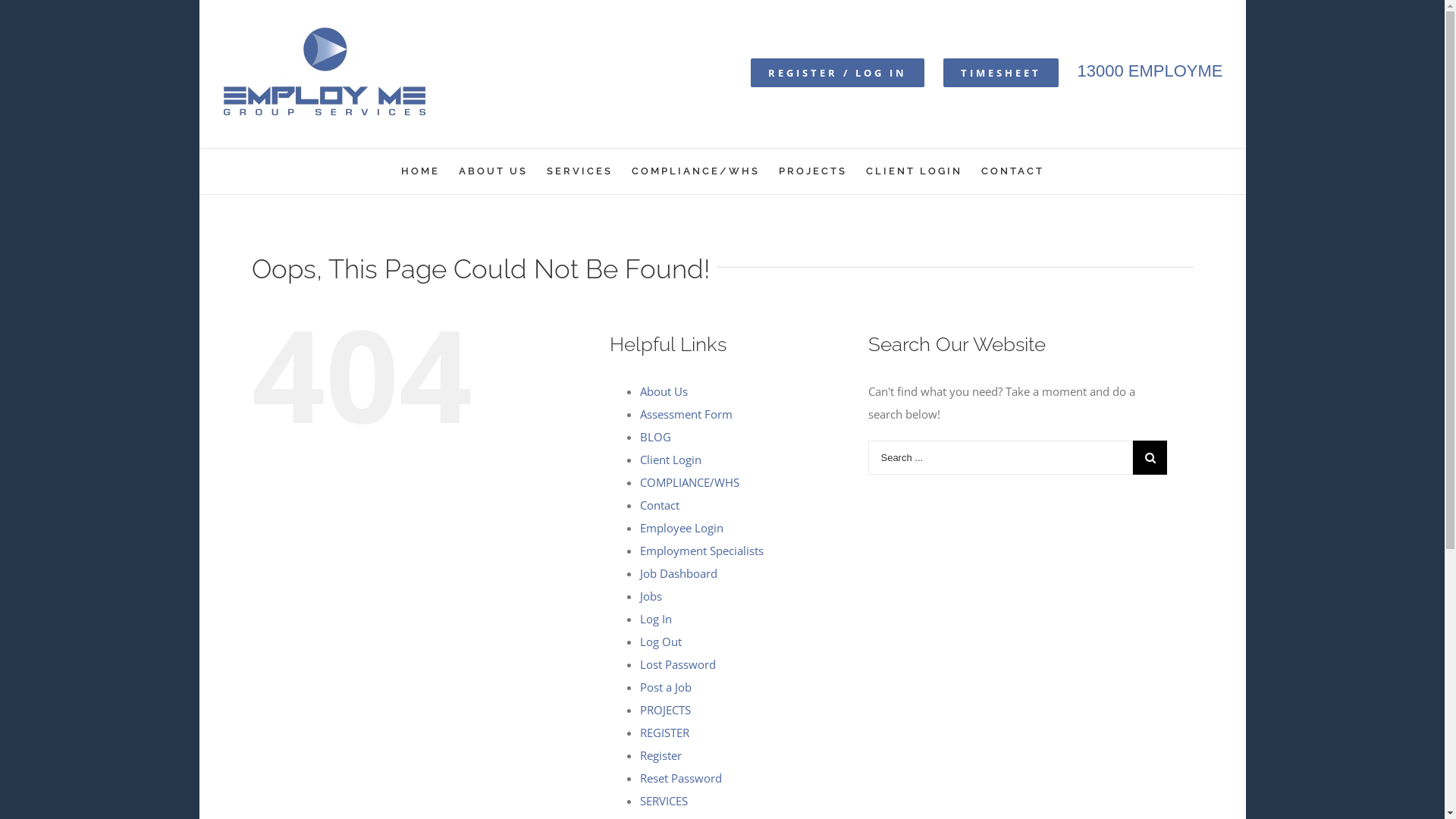 Image resolution: width=1456 pixels, height=819 pixels. Describe the element at coordinates (942, 72) in the screenshot. I see `'TIMESHEET'` at that location.